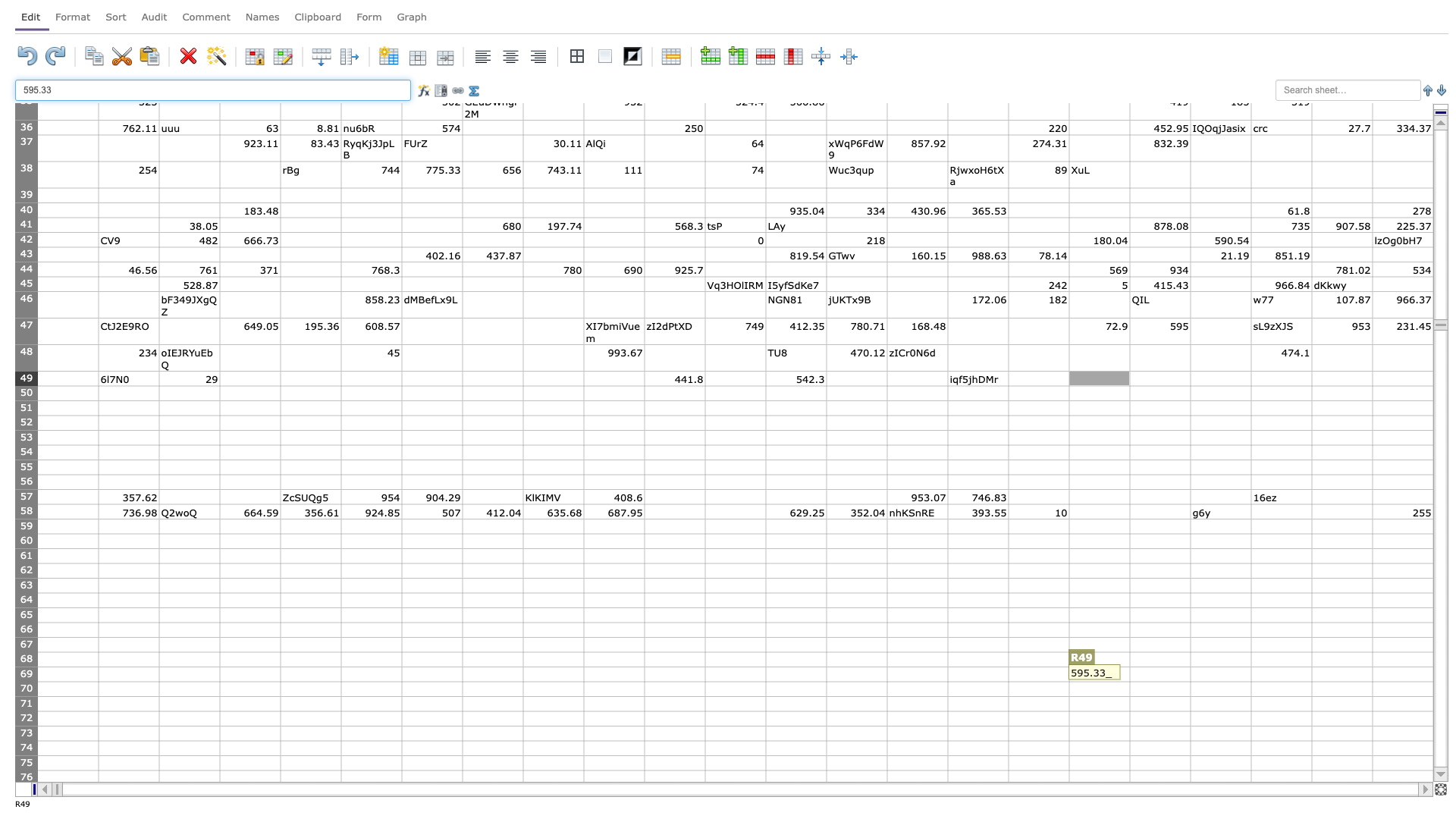 The height and width of the screenshot is (819, 1456). I want to click on bottom right corner of S69, so click(1189, 680).